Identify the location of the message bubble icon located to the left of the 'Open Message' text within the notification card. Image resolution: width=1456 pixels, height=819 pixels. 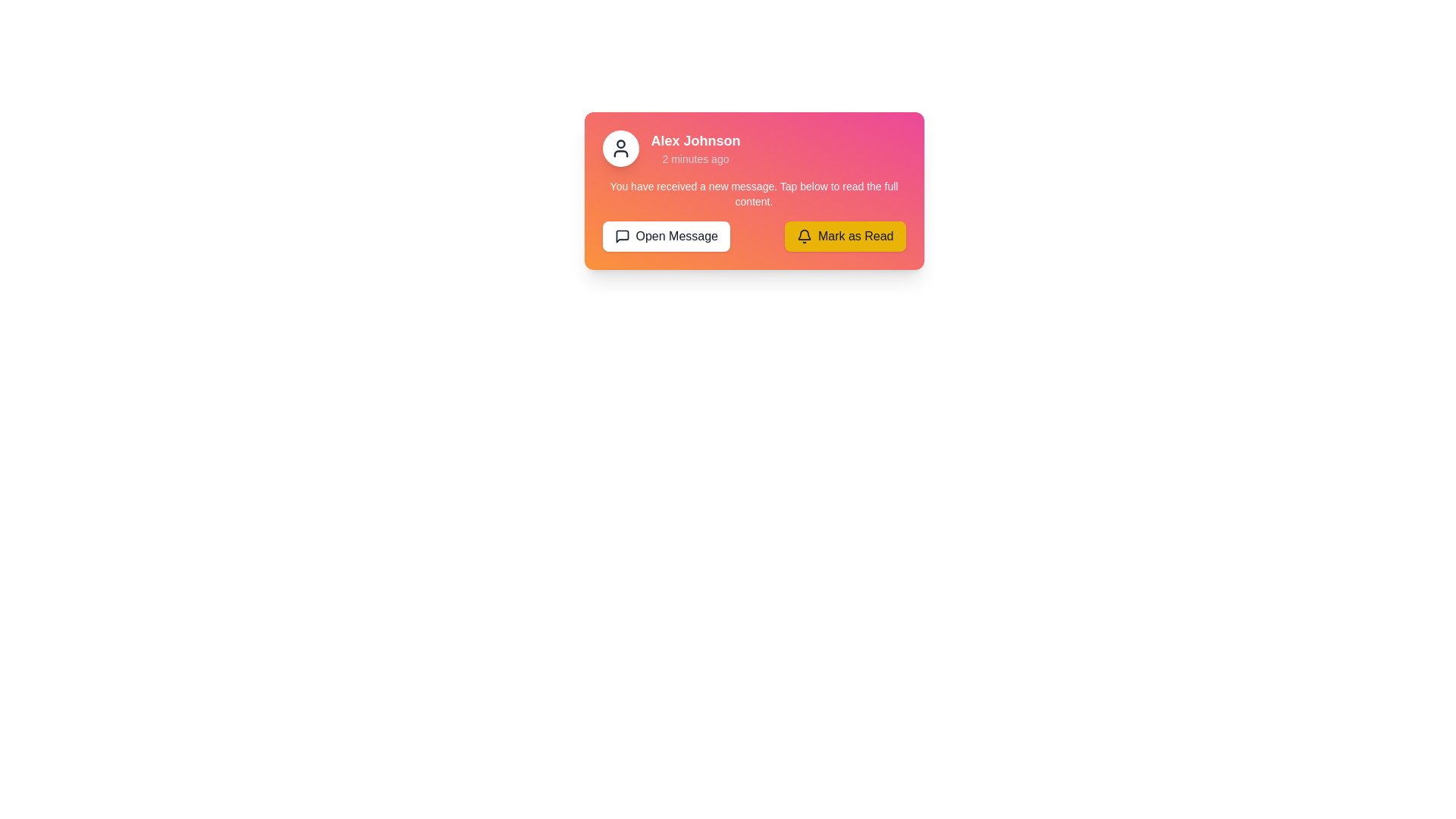
(622, 237).